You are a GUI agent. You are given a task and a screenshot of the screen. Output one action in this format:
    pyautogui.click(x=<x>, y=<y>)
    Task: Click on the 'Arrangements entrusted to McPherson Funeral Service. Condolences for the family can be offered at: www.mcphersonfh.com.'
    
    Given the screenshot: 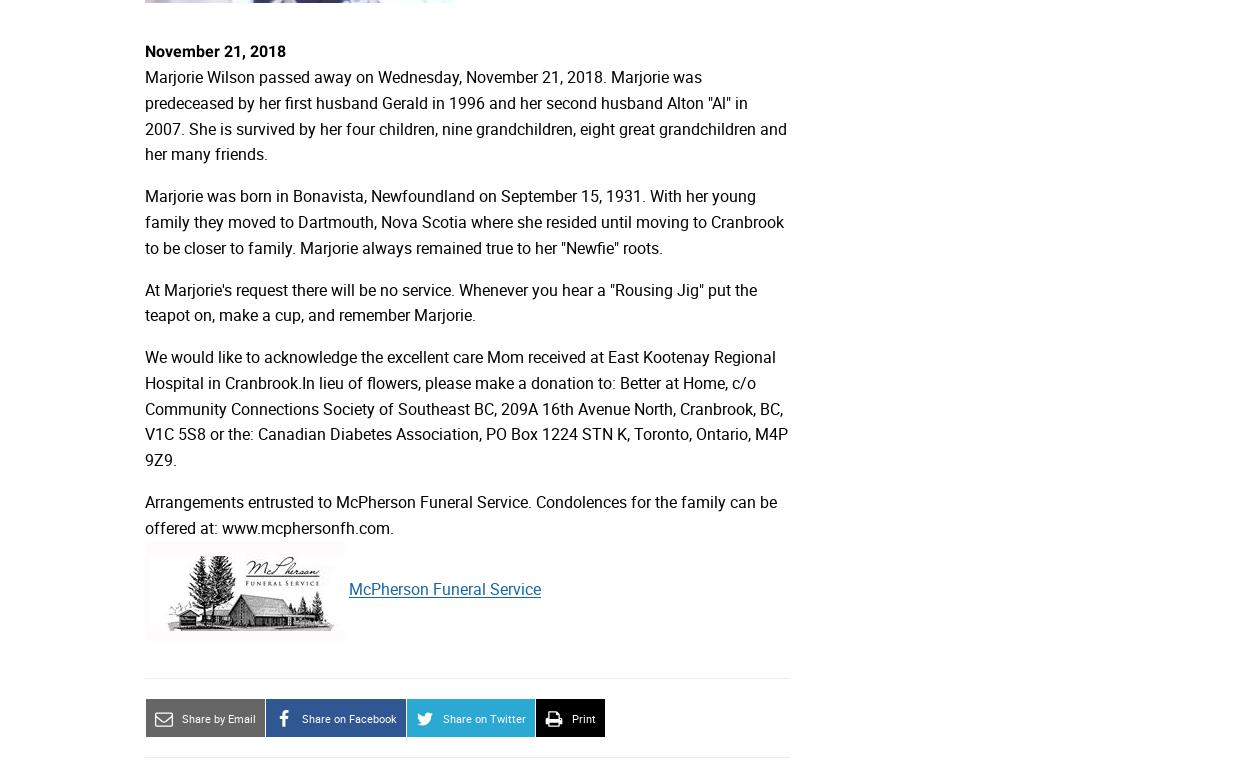 What is the action you would take?
    pyautogui.click(x=460, y=512)
    